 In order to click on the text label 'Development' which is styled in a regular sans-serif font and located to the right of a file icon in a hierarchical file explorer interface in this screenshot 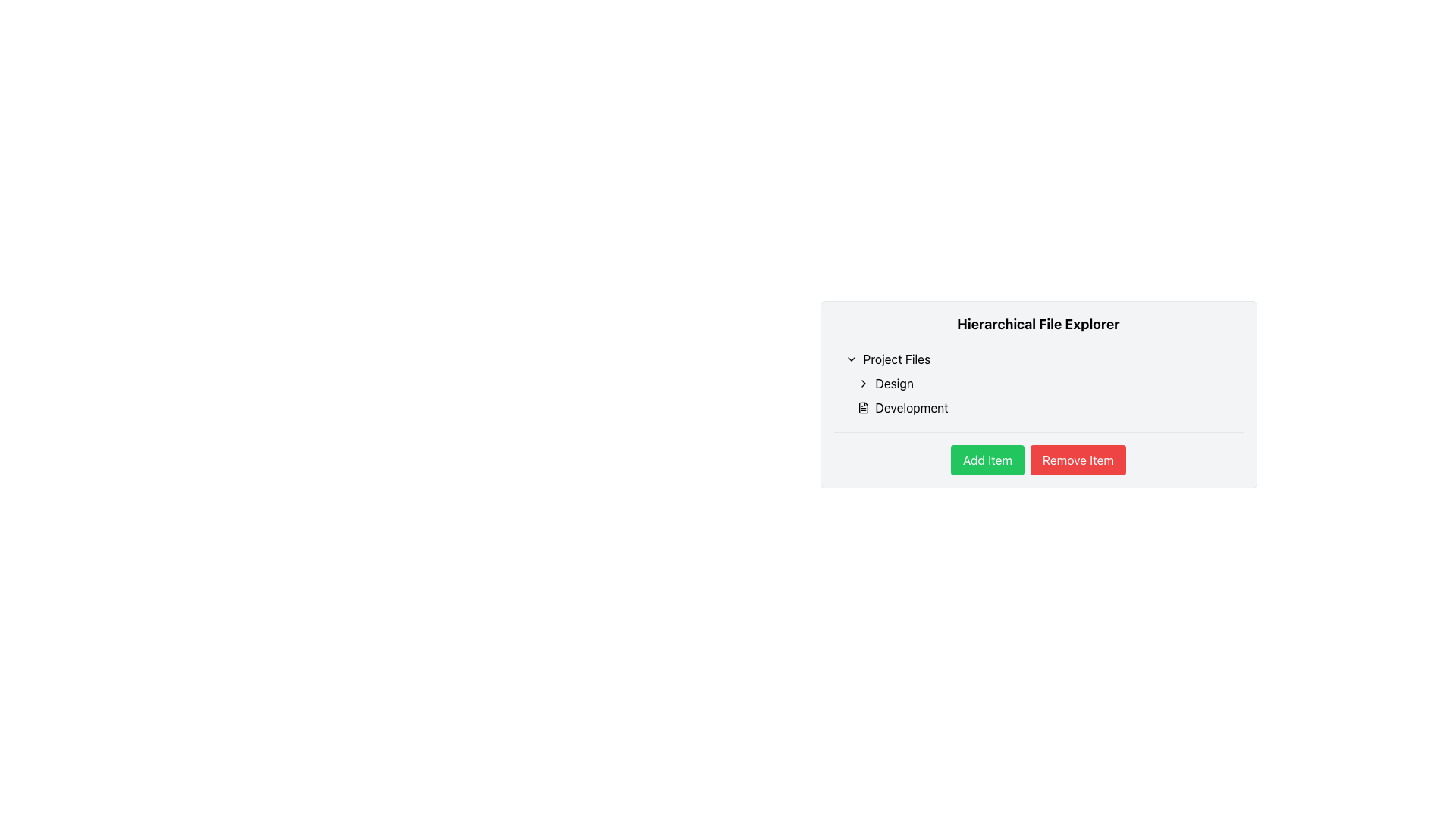, I will do `click(911, 406)`.